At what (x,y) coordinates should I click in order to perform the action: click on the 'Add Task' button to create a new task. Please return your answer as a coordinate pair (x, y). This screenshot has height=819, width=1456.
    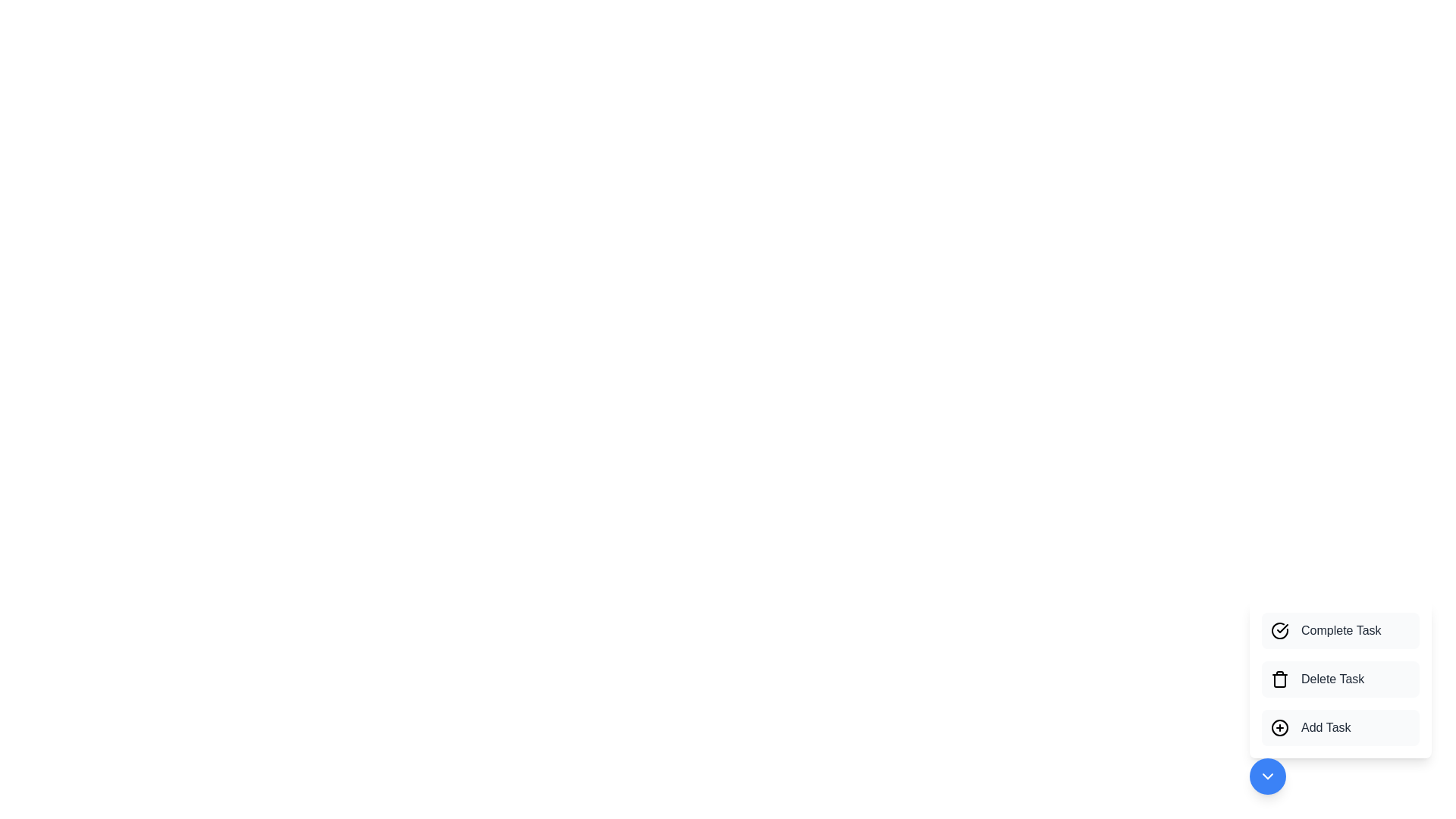
    Looking at the image, I should click on (1340, 727).